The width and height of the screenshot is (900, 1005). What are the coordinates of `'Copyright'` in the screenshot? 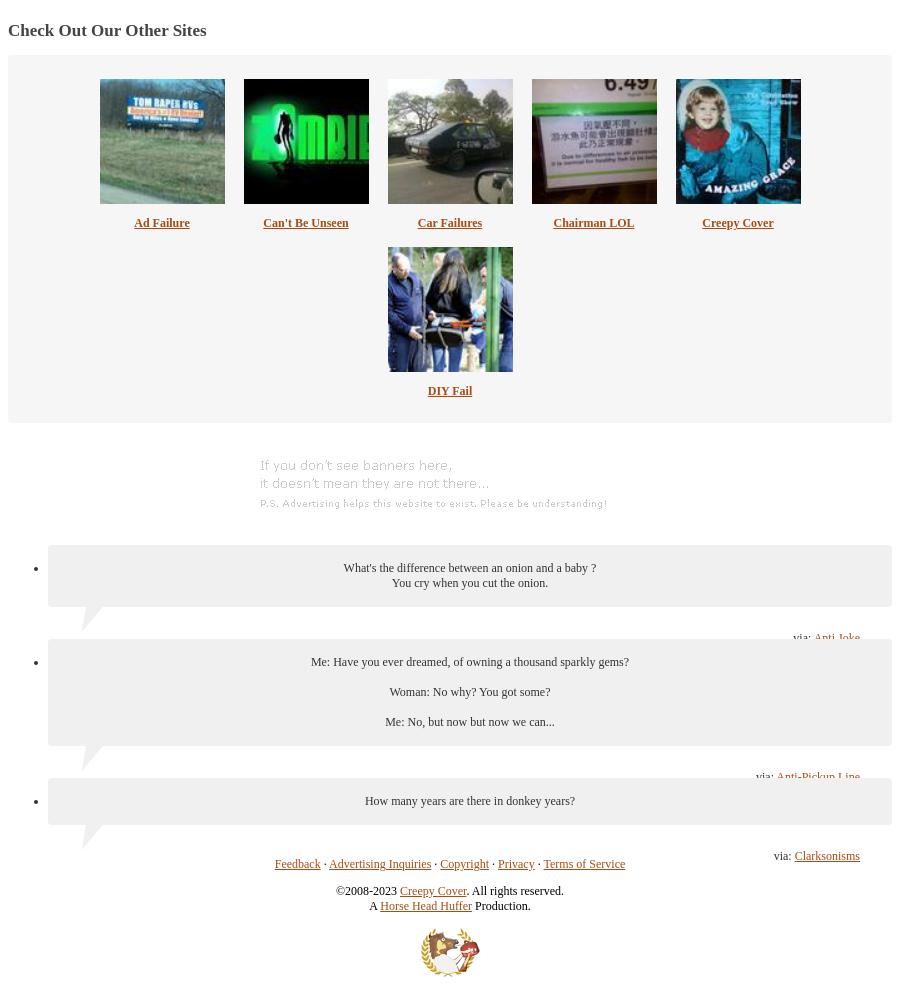 It's located at (463, 861).